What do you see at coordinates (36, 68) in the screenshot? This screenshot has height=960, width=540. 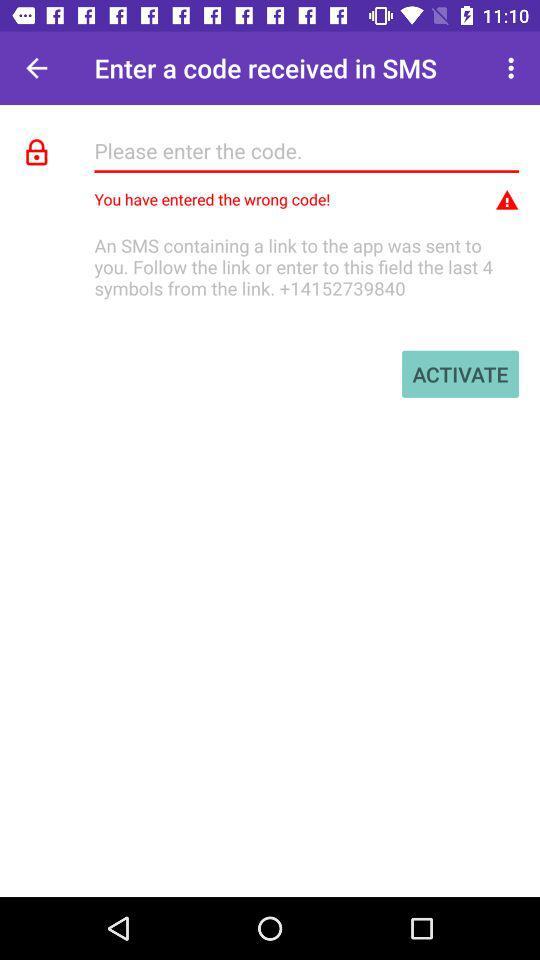 I see `icon to the left of the enter a code icon` at bounding box center [36, 68].